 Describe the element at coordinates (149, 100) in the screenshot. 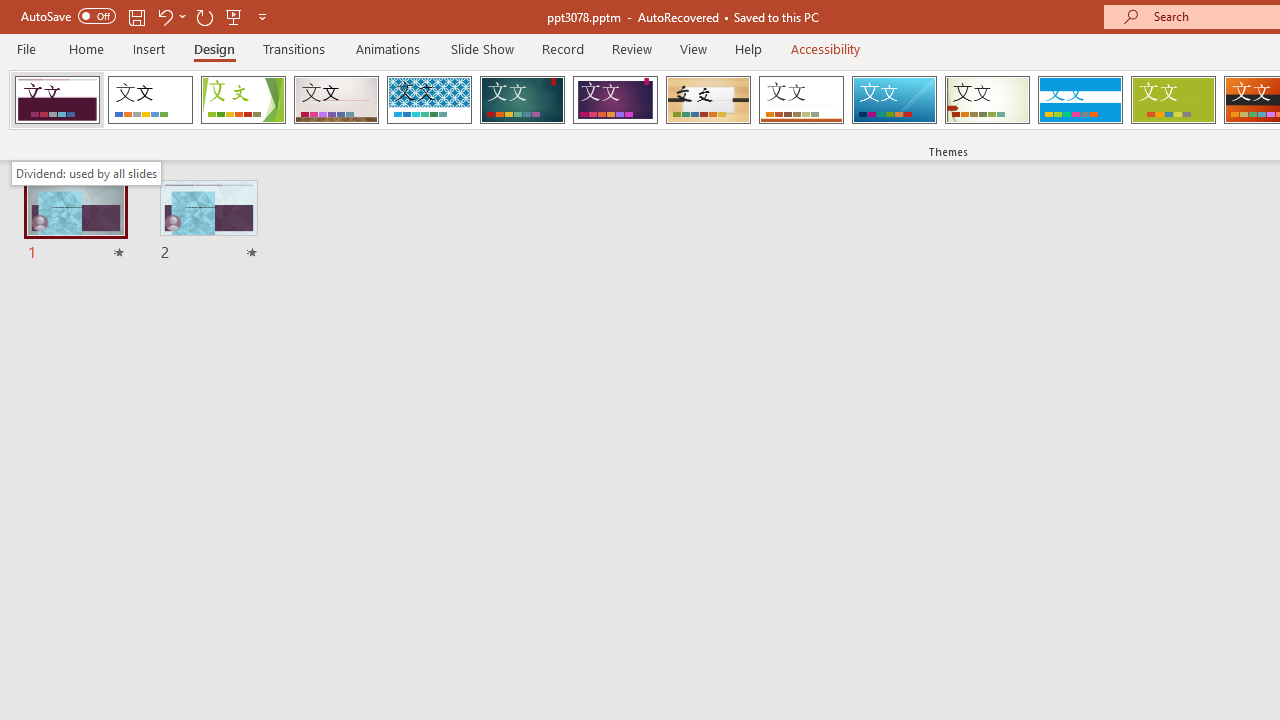

I see `'Office Theme'` at that location.